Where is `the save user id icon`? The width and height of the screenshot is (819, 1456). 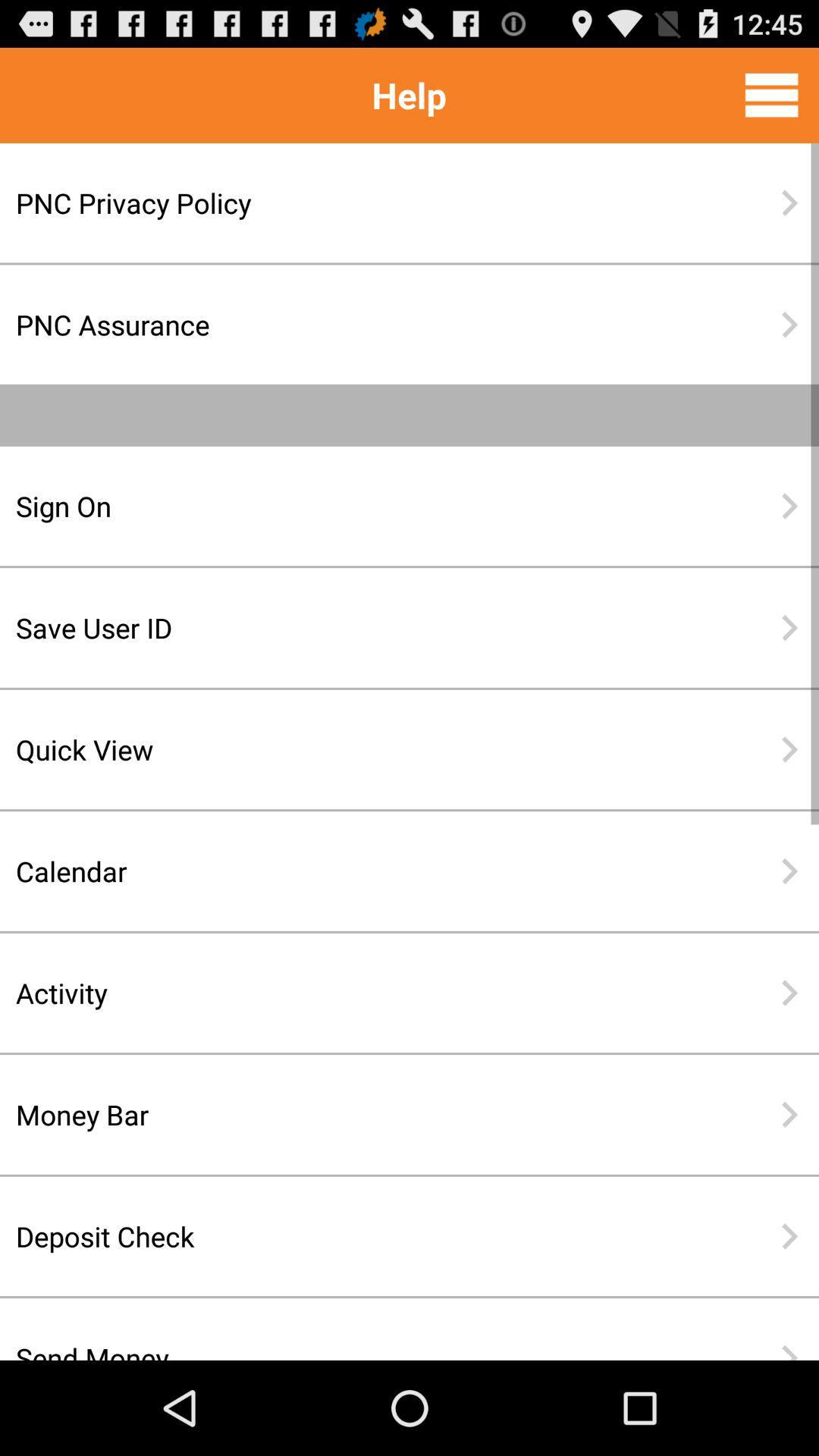
the save user id icon is located at coordinates (360, 627).